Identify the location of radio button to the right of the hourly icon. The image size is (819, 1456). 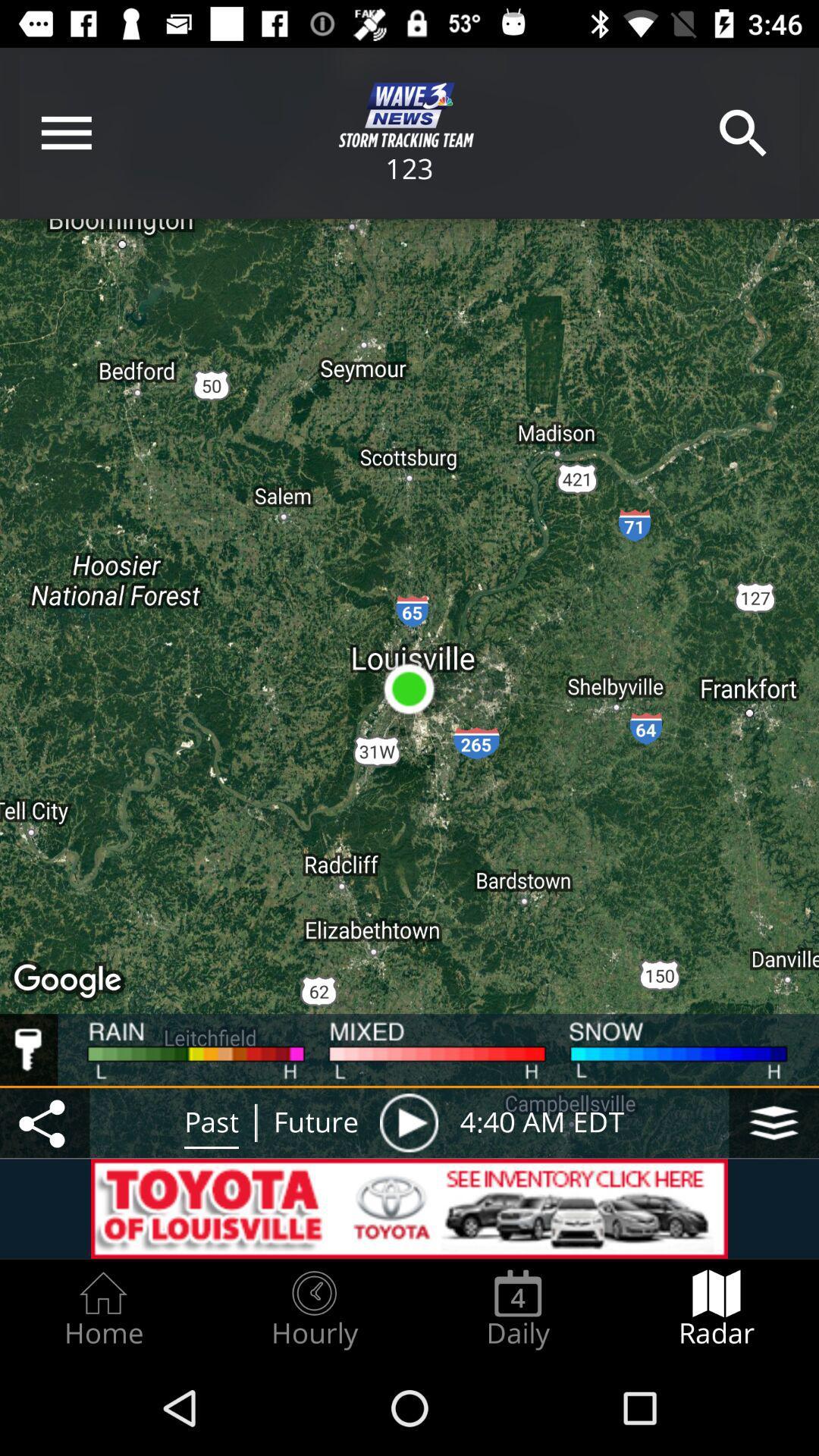
(517, 1309).